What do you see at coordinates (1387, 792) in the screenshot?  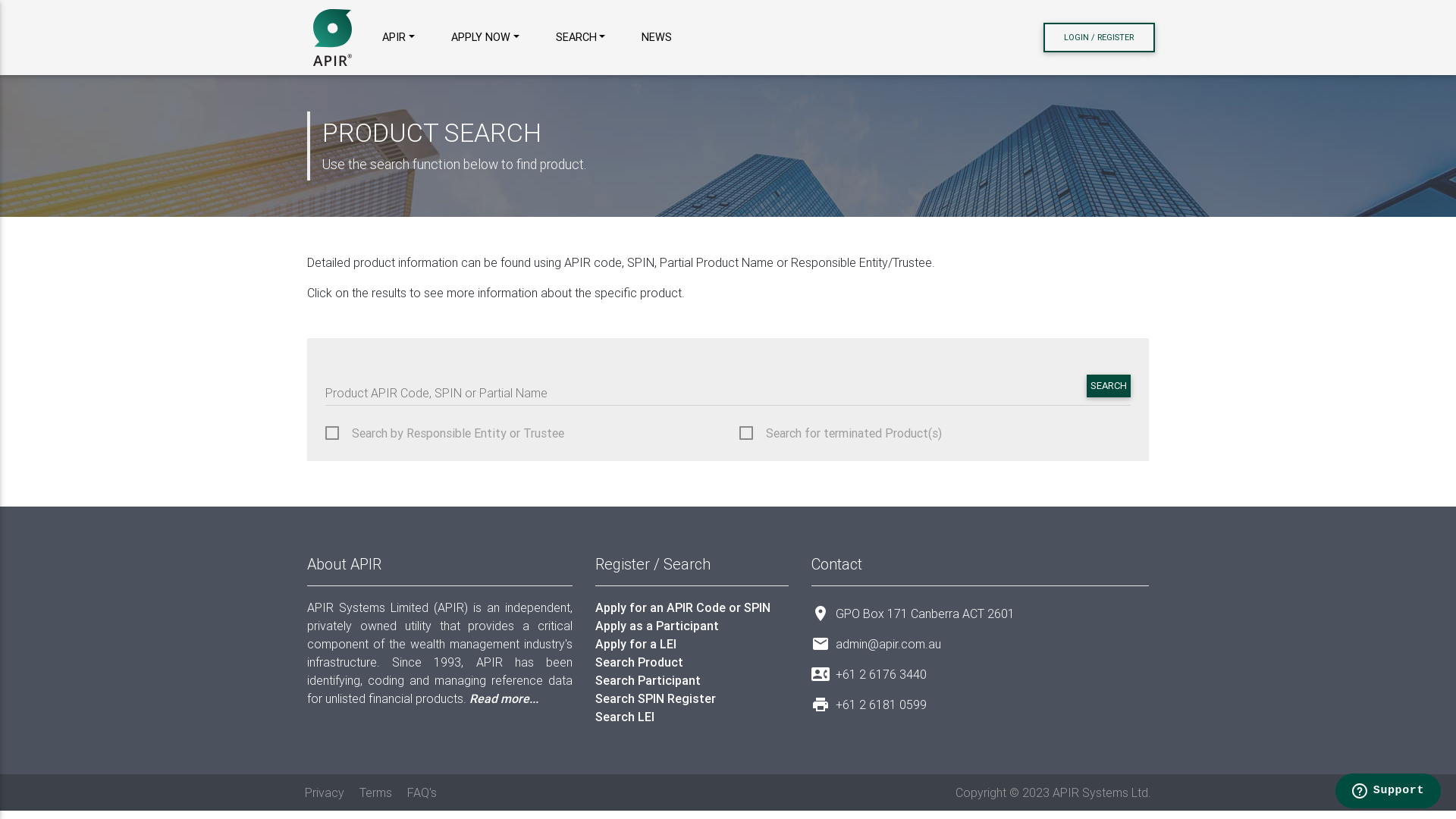 I see `'Opens a widget where you can find more information'` at bounding box center [1387, 792].